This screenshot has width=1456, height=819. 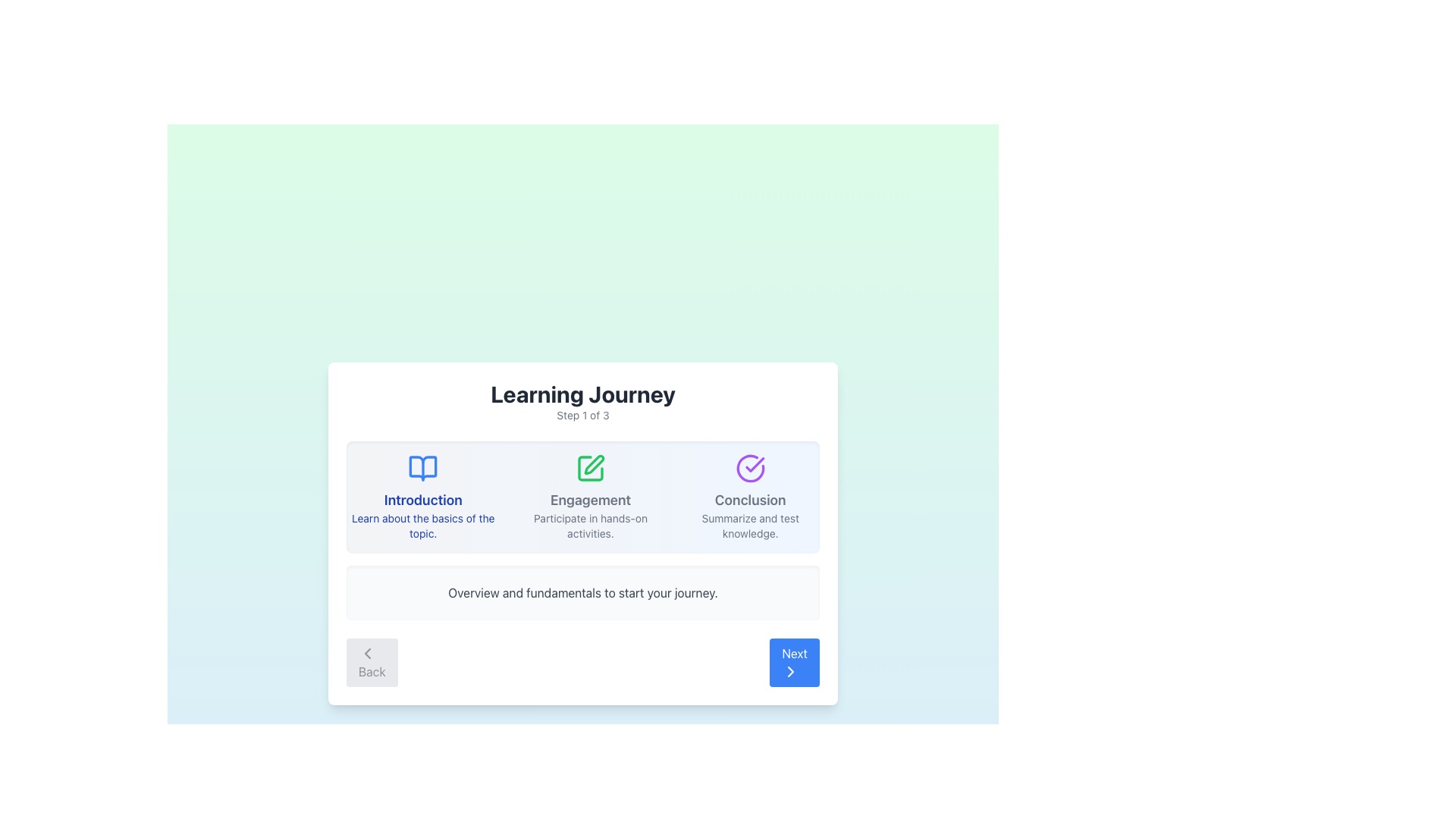 What do you see at coordinates (367, 652) in the screenshot?
I see `the 'Back' button which contains the chevron icon indicating backward navigation, located at the bottom-left of the content area` at bounding box center [367, 652].